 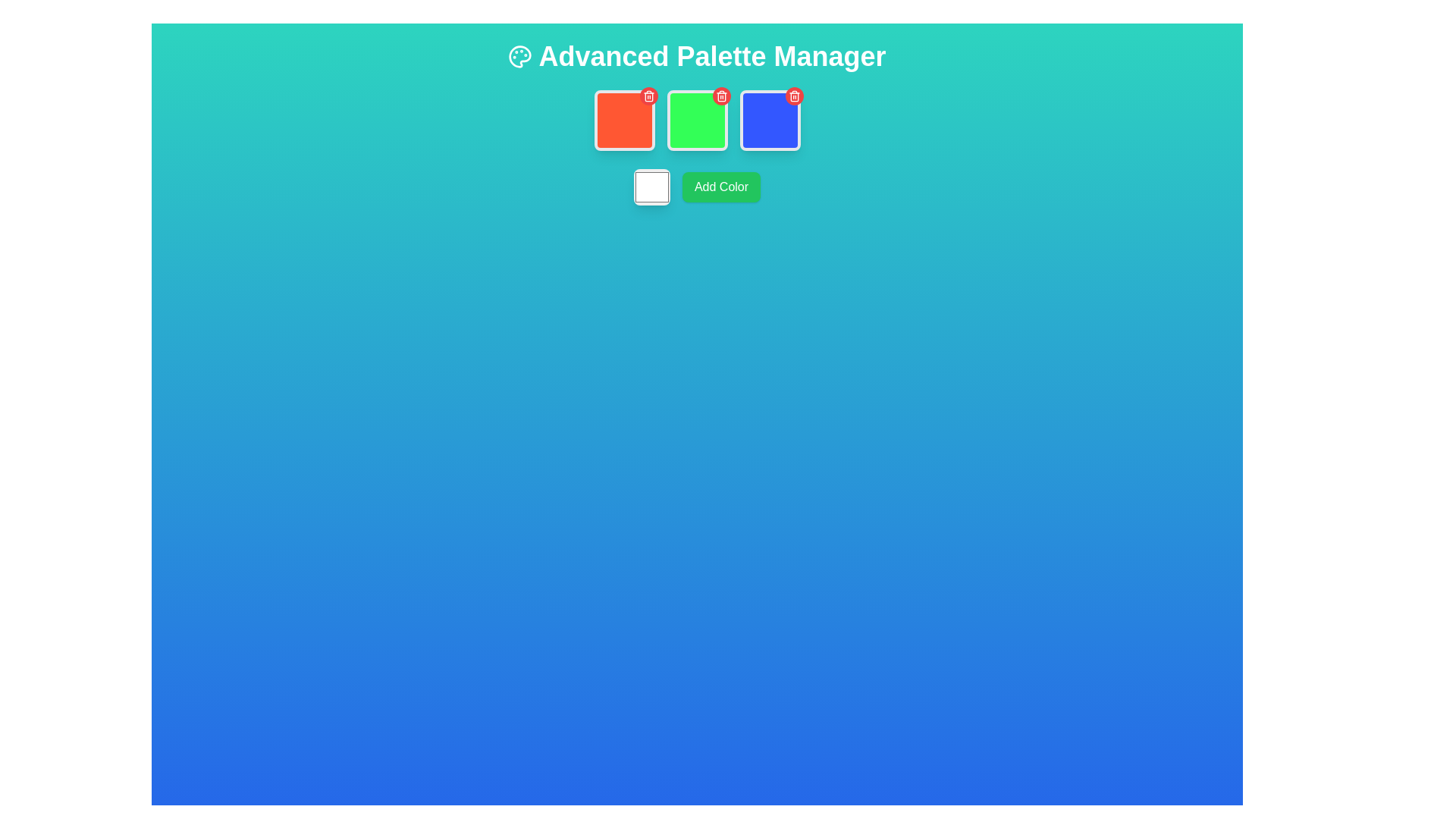 I want to click on the green square button with rounded corners and a red delete icon in the Advanced Palette Manager interface, so click(x=696, y=119).